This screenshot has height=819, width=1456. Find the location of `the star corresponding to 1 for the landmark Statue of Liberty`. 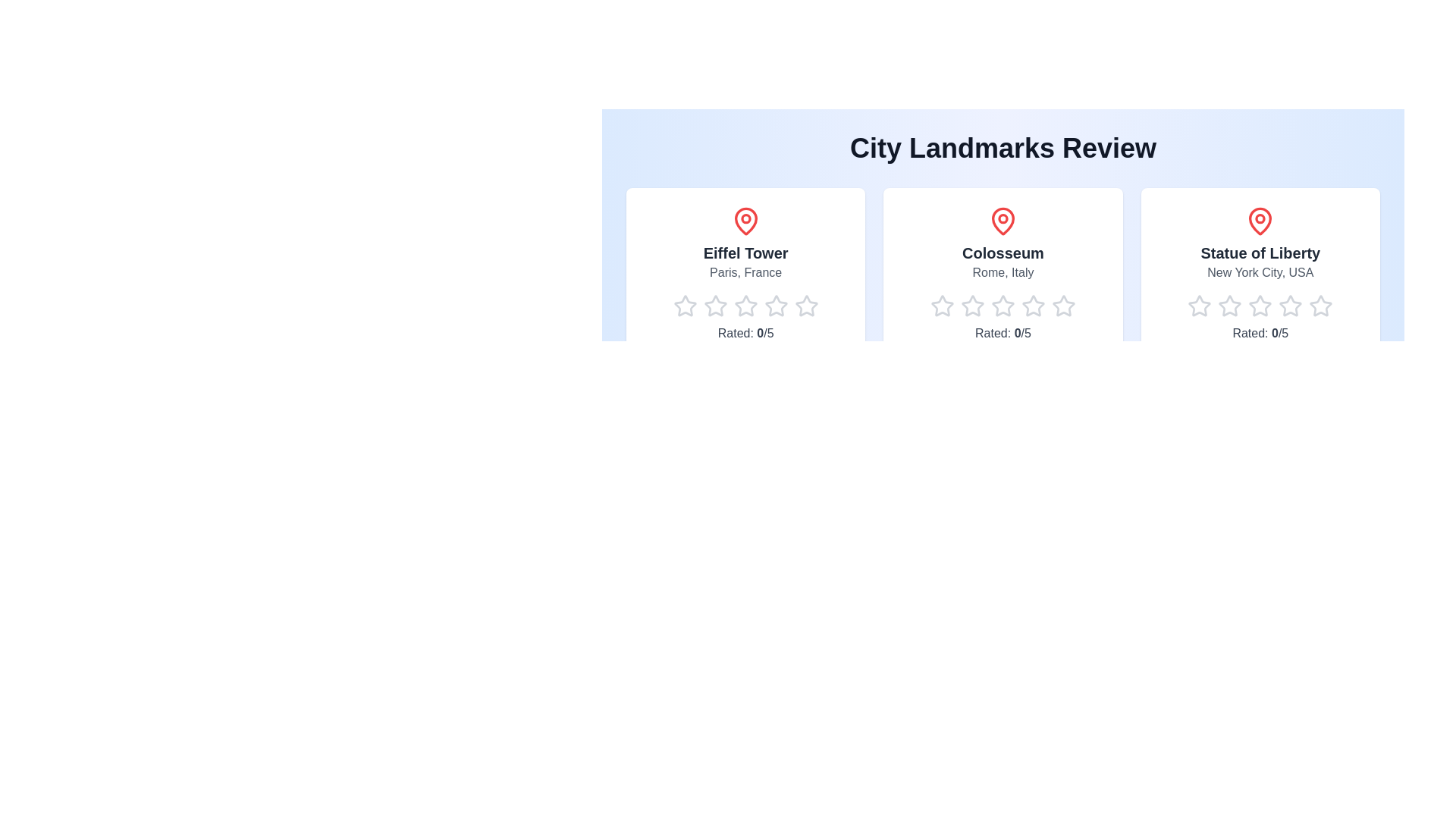

the star corresponding to 1 for the landmark Statue of Liberty is located at coordinates (1187, 306).